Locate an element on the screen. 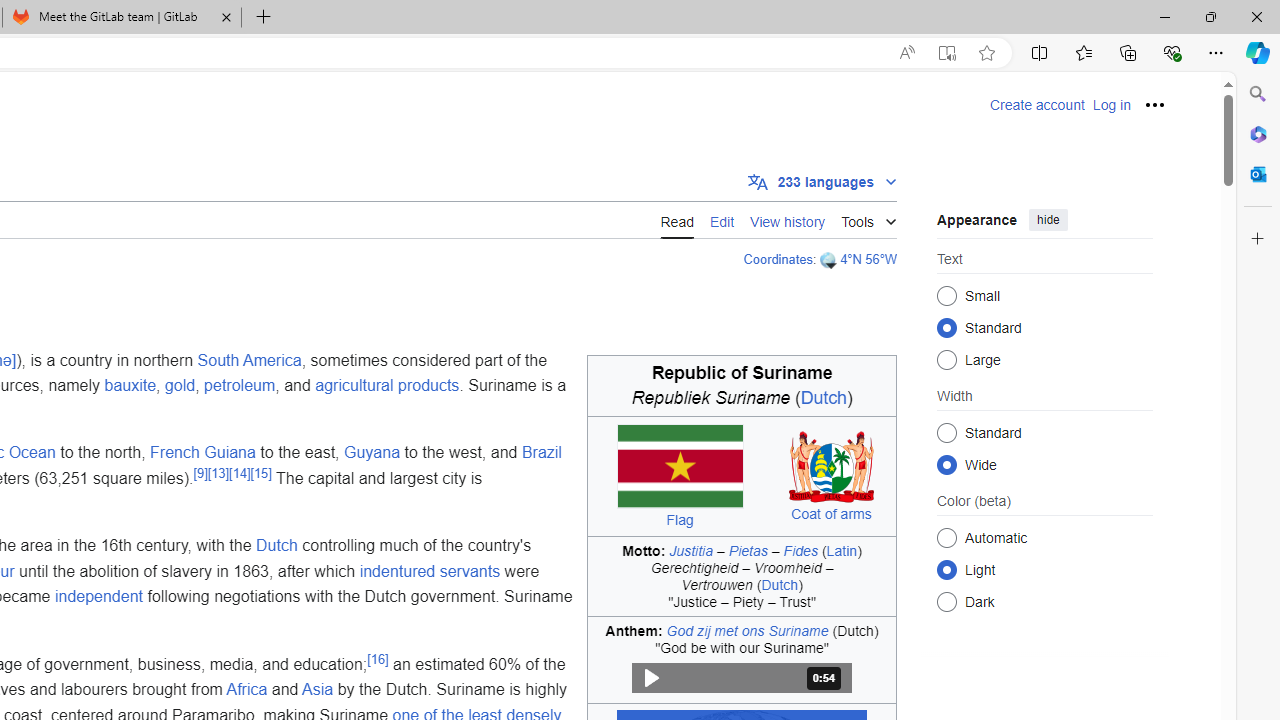 Image resolution: width=1280 pixels, height=720 pixels. 'Play audio' is located at coordinates (741, 677).